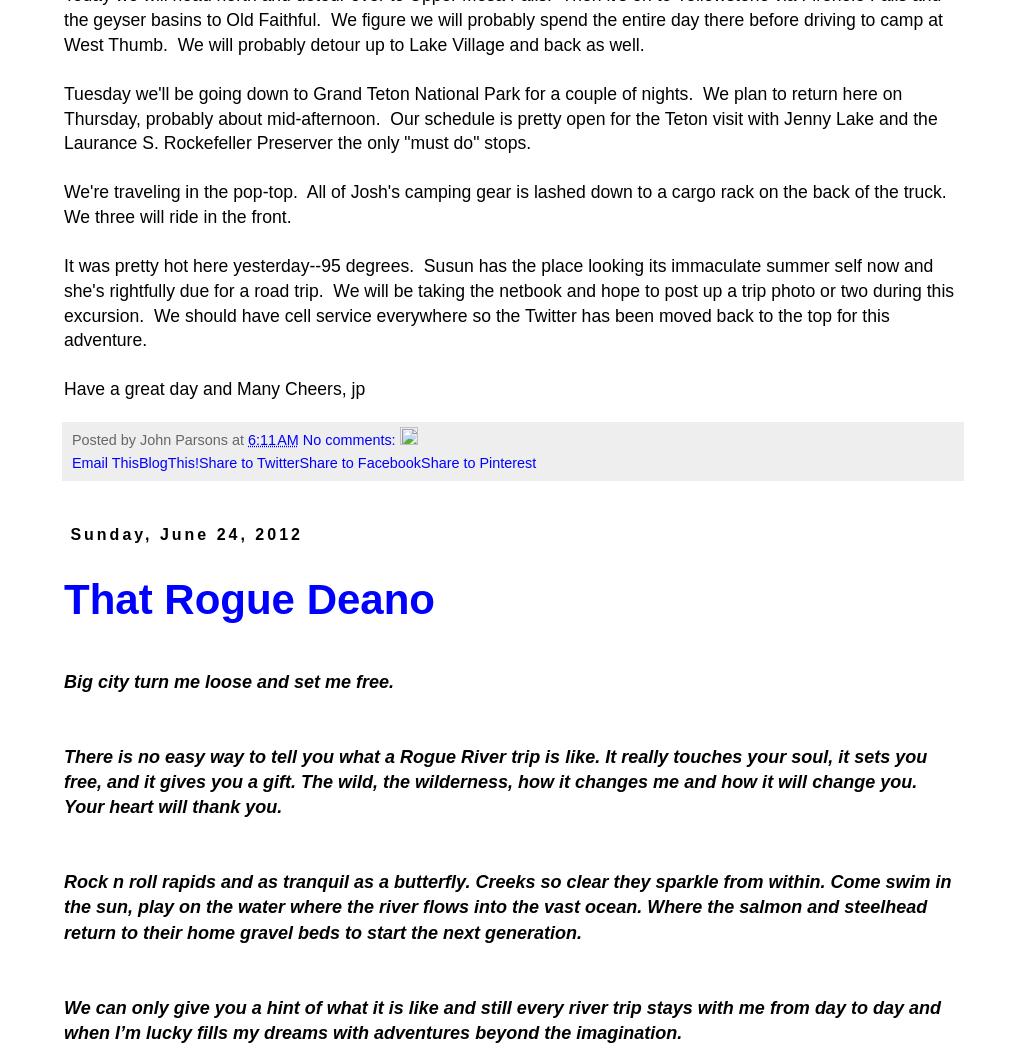  Describe the element at coordinates (478, 462) in the screenshot. I see `'Share to Pinterest'` at that location.